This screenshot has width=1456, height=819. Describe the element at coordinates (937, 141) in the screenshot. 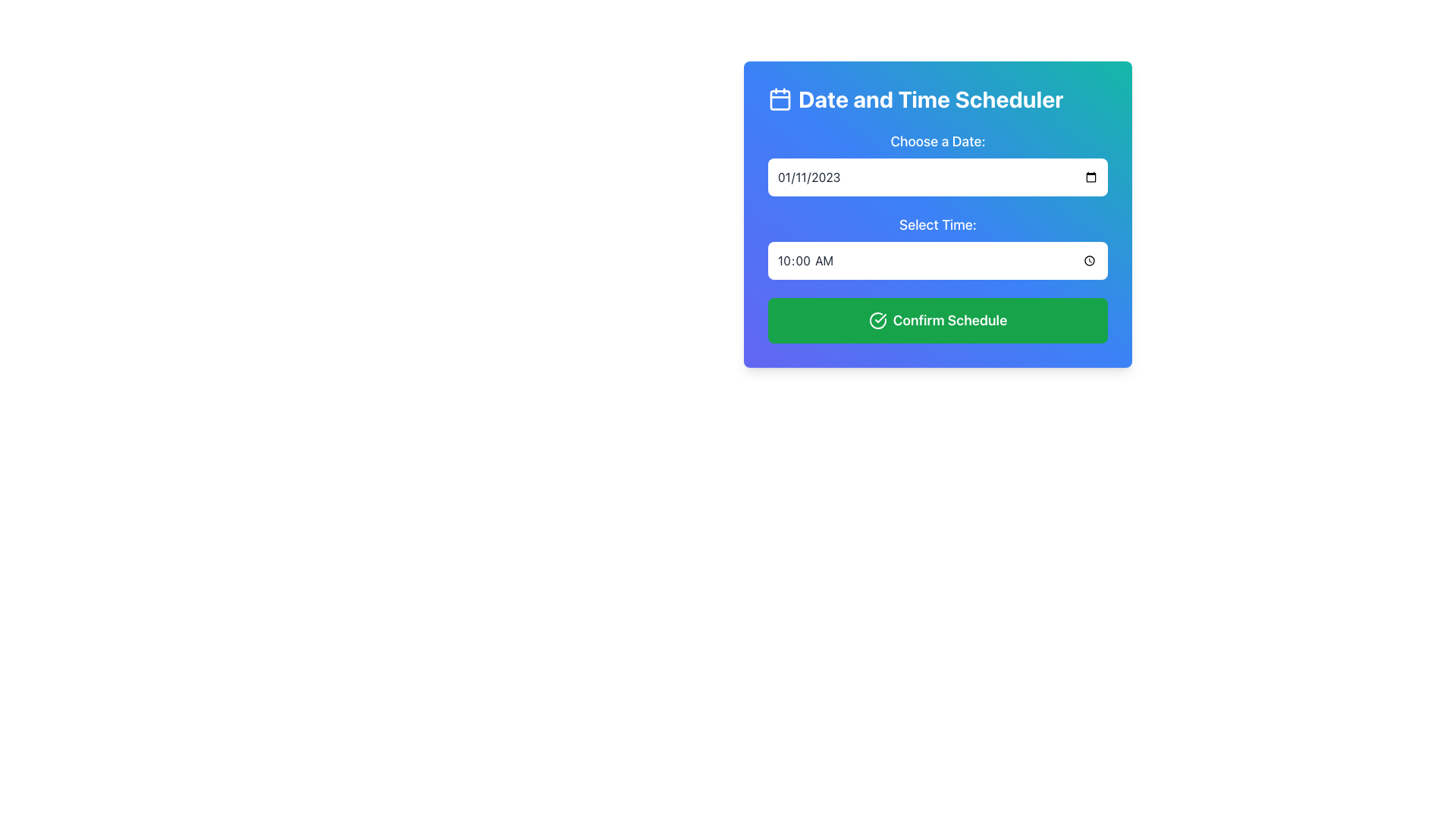

I see `the Text Label that describes the date input field in the 'Date and Time Scheduler' section, which is positioned directly above the date input with placeholder text '01/11/2023'` at that location.